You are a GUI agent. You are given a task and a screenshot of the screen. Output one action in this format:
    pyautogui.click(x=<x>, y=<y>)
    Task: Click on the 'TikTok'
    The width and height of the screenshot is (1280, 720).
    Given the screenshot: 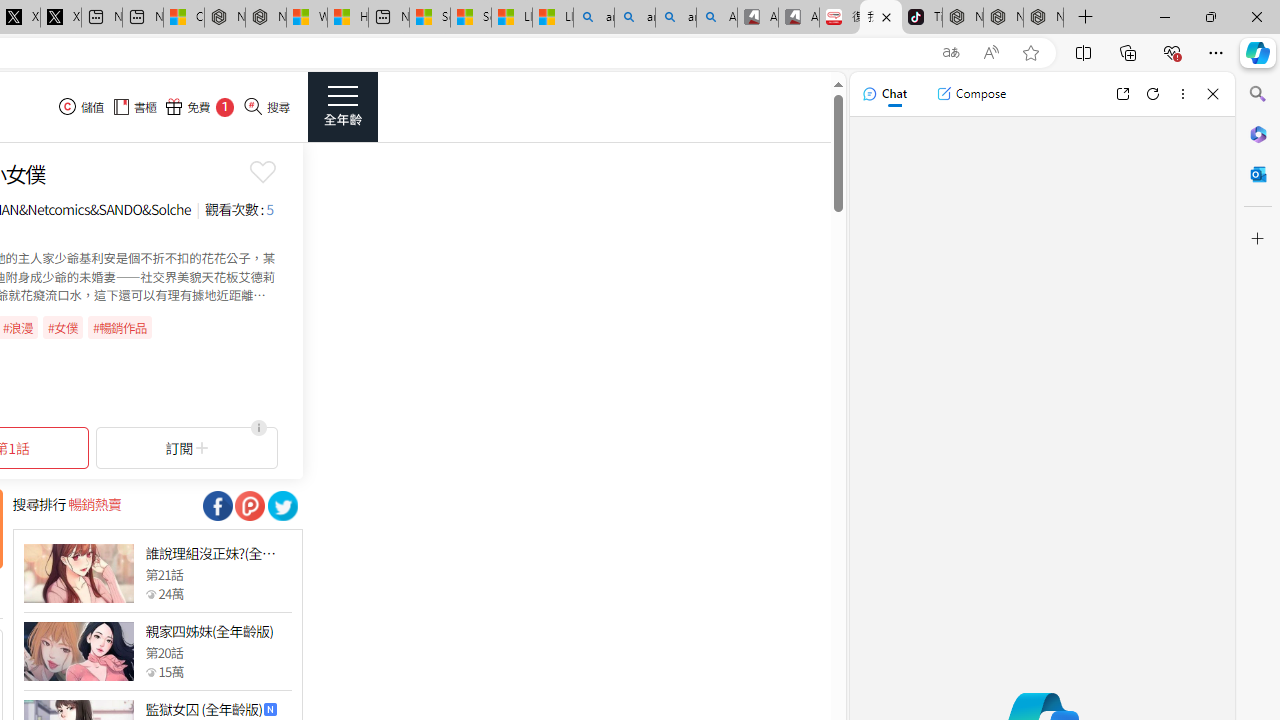 What is the action you would take?
    pyautogui.click(x=921, y=17)
    